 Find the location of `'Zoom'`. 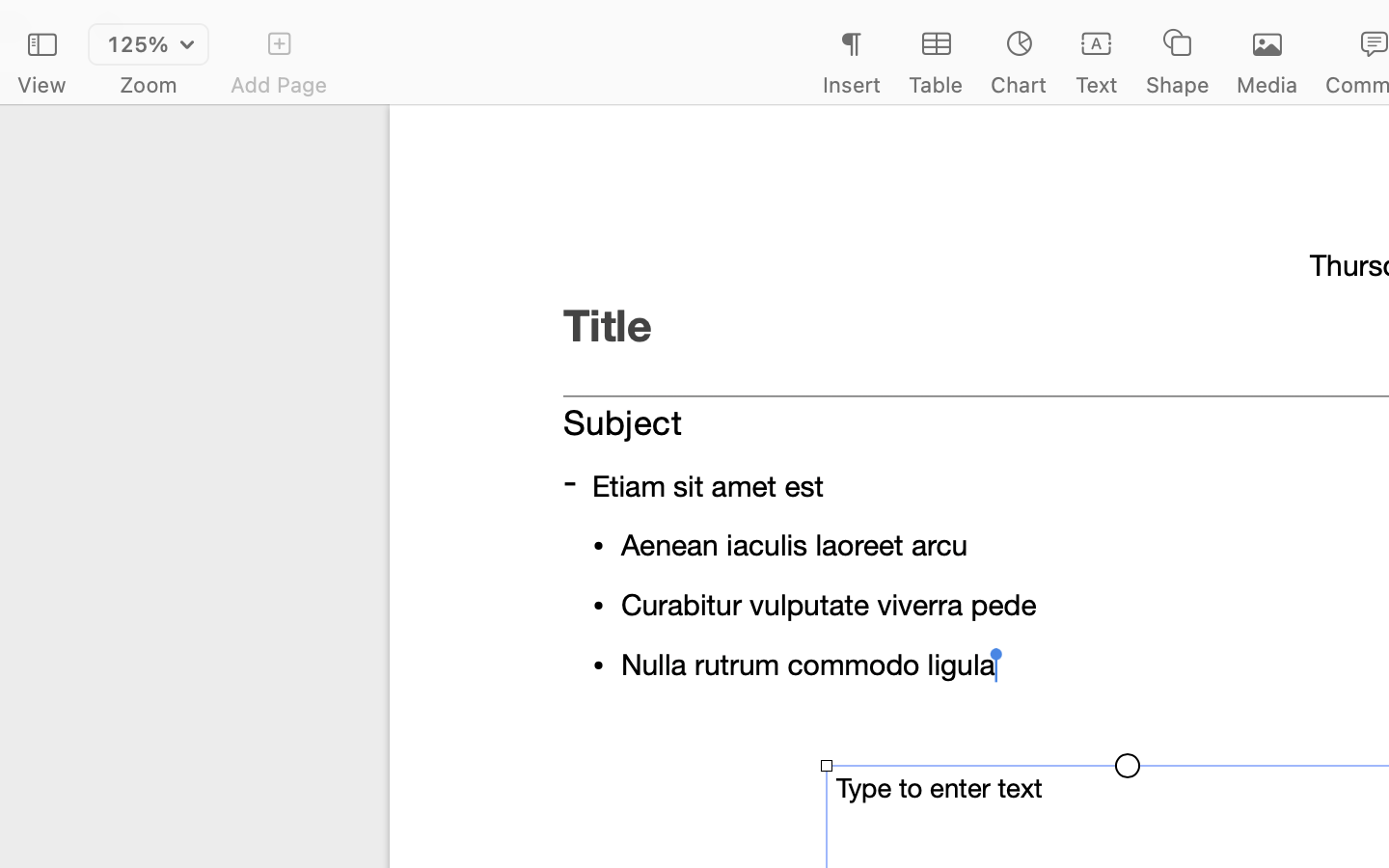

'Zoom' is located at coordinates (147, 84).